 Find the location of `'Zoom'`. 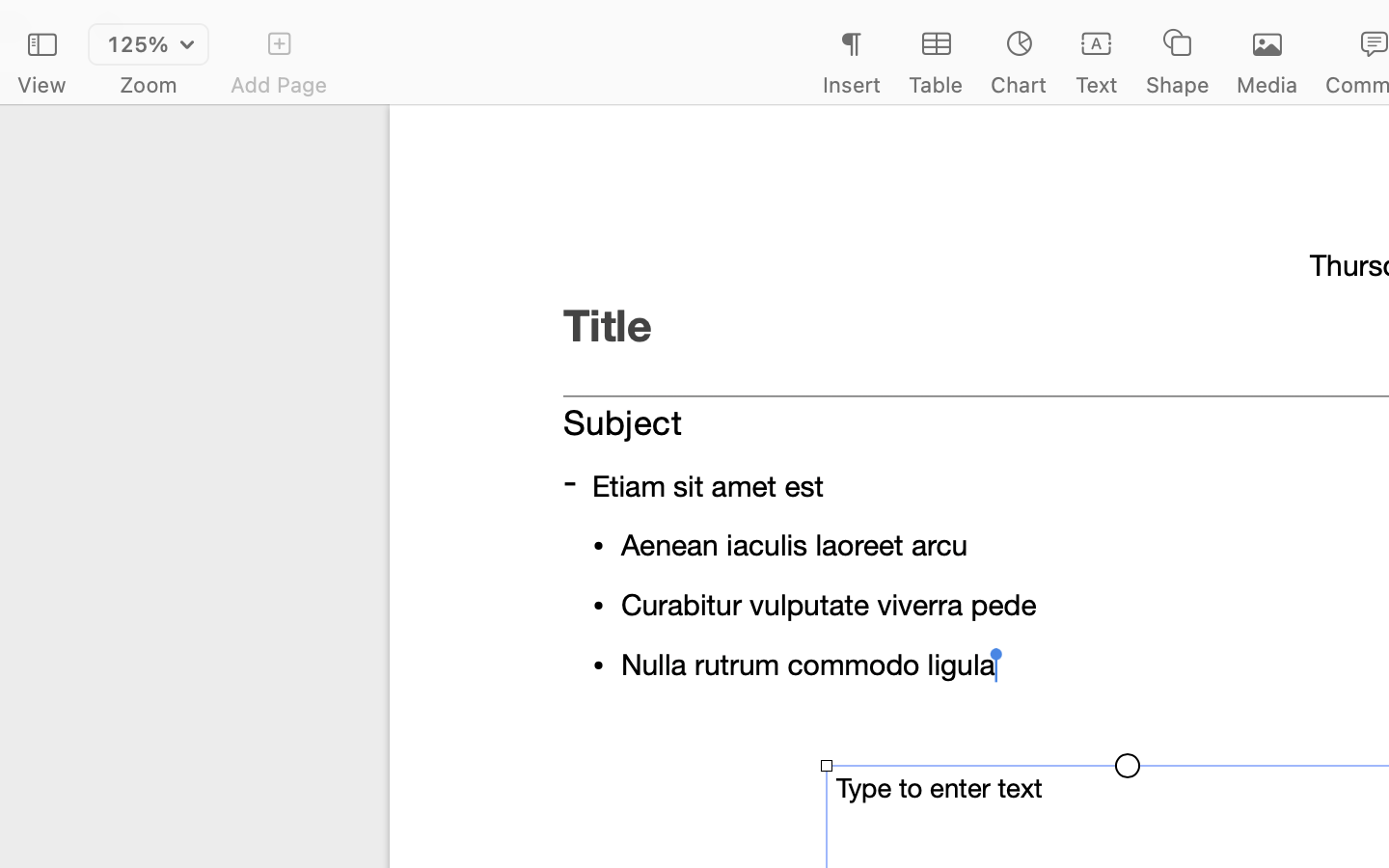

'Zoom' is located at coordinates (147, 84).